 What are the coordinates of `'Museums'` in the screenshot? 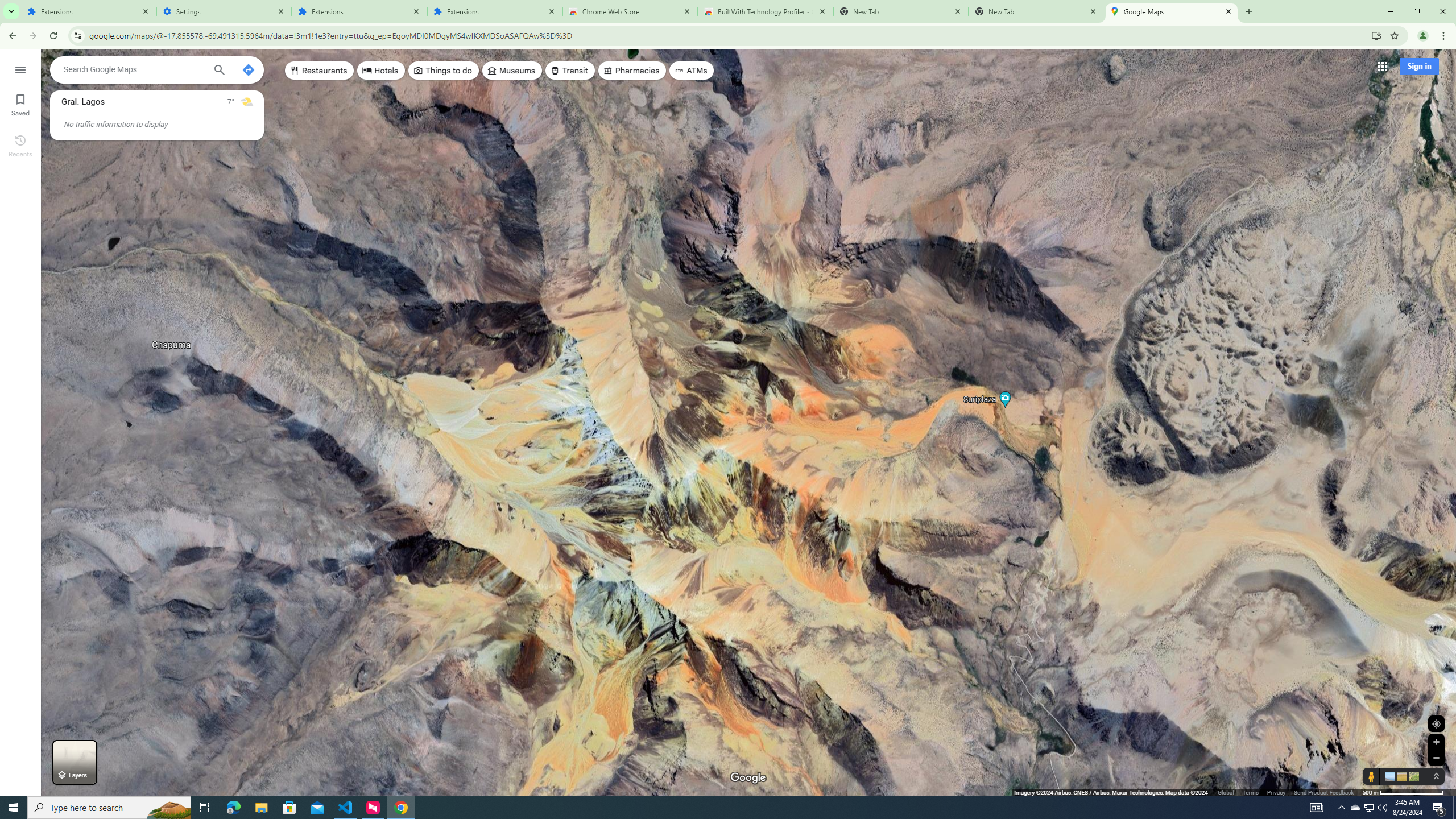 It's located at (511, 69).